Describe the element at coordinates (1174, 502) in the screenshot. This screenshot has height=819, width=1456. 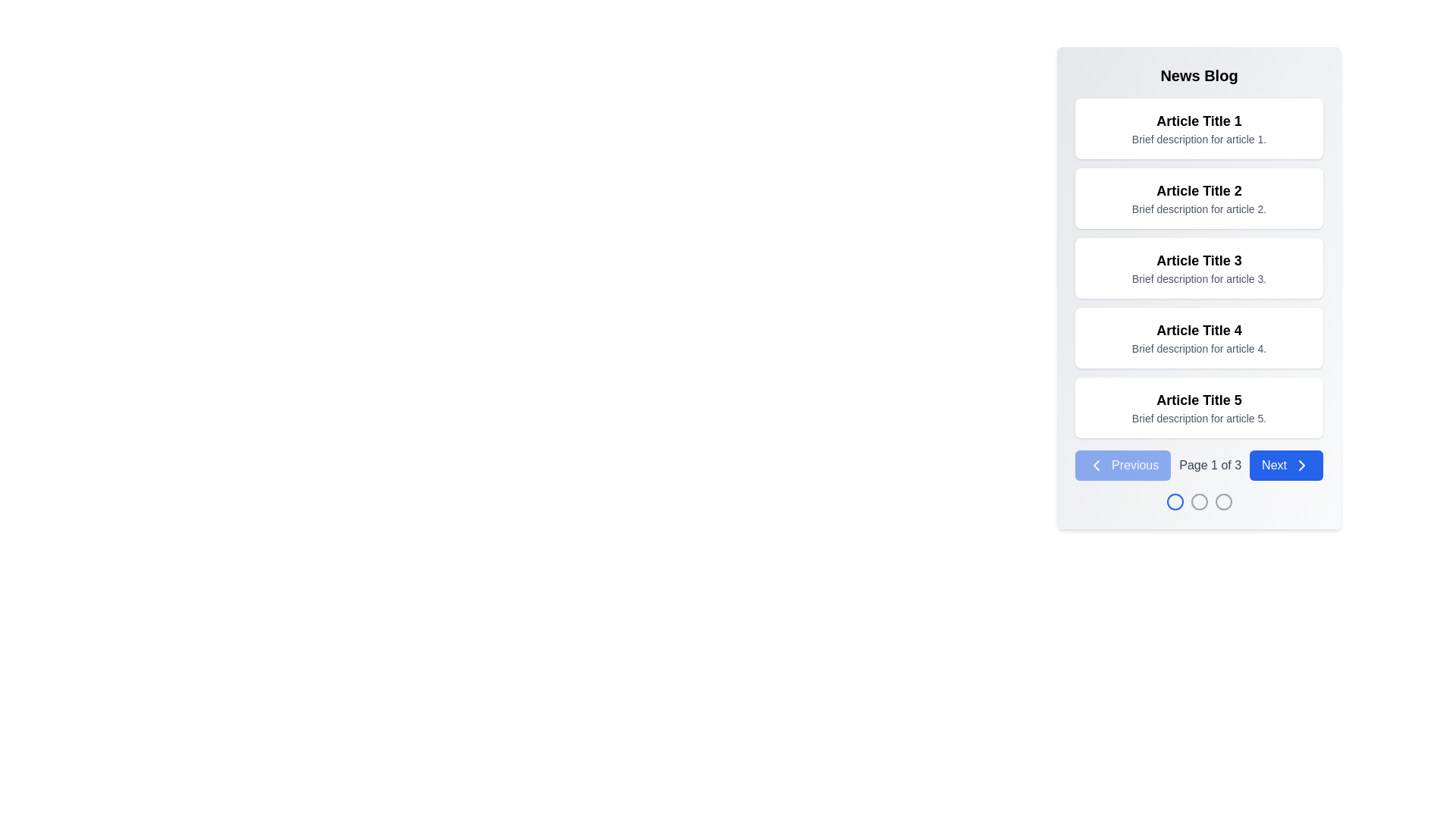
I see `the first circular pagination indicator, which is a blue-bordered SVG graphic located at the bottom center of the page` at that location.